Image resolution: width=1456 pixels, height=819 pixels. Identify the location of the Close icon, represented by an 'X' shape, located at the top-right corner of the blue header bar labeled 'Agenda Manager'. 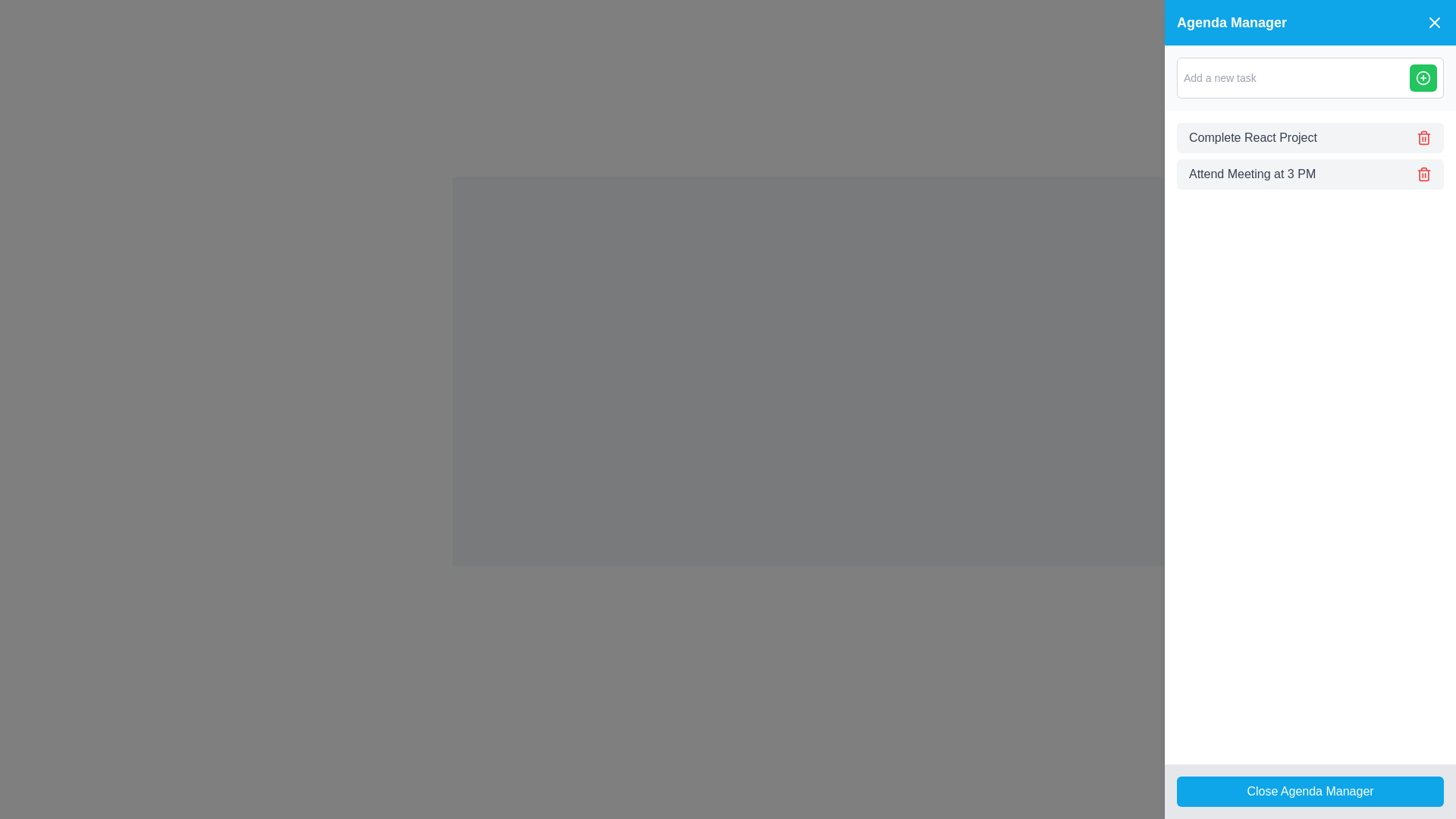
(1433, 23).